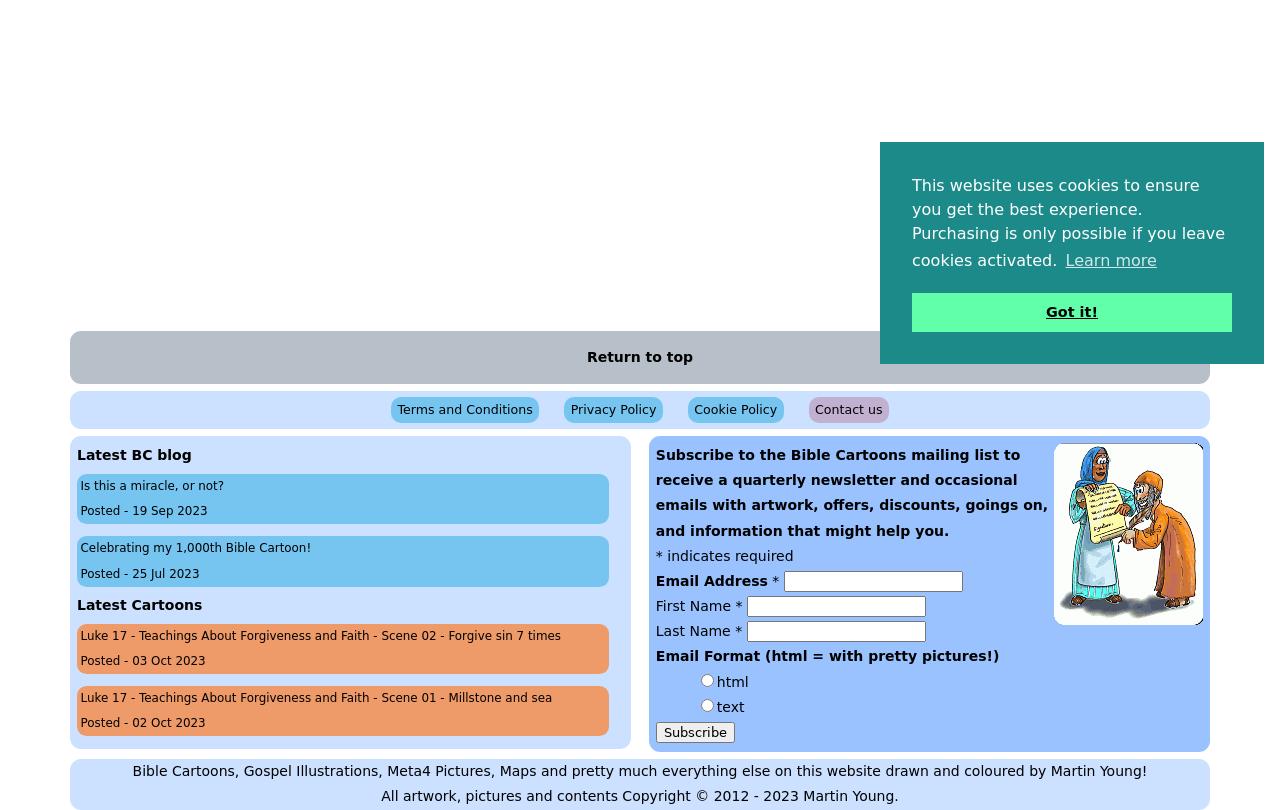 Image resolution: width=1280 pixels, height=810 pixels. Describe the element at coordinates (695, 605) in the screenshot. I see `'First Name'` at that location.